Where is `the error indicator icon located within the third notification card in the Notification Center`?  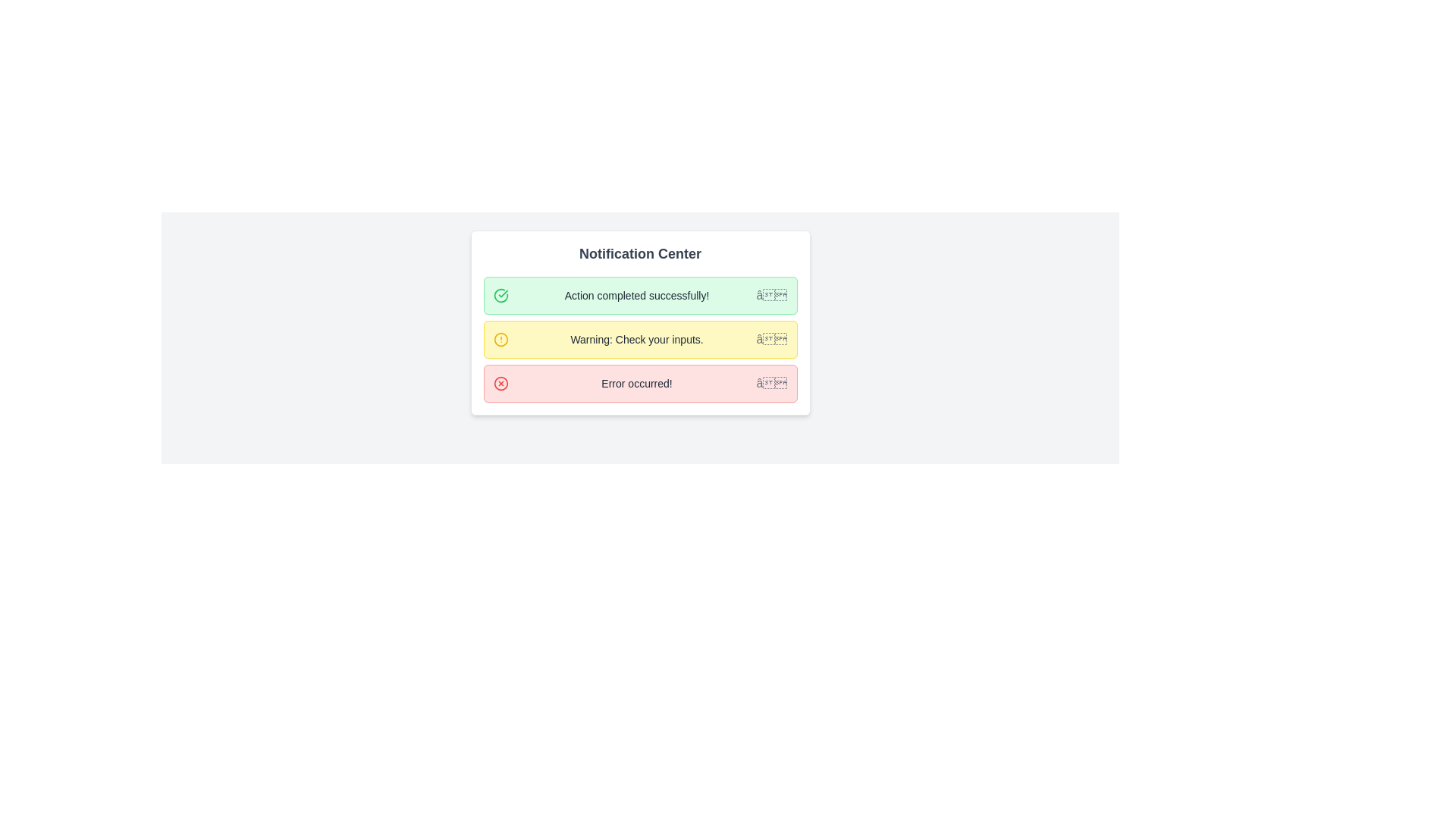
the error indicator icon located within the third notification card in the Notification Center is located at coordinates (500, 382).